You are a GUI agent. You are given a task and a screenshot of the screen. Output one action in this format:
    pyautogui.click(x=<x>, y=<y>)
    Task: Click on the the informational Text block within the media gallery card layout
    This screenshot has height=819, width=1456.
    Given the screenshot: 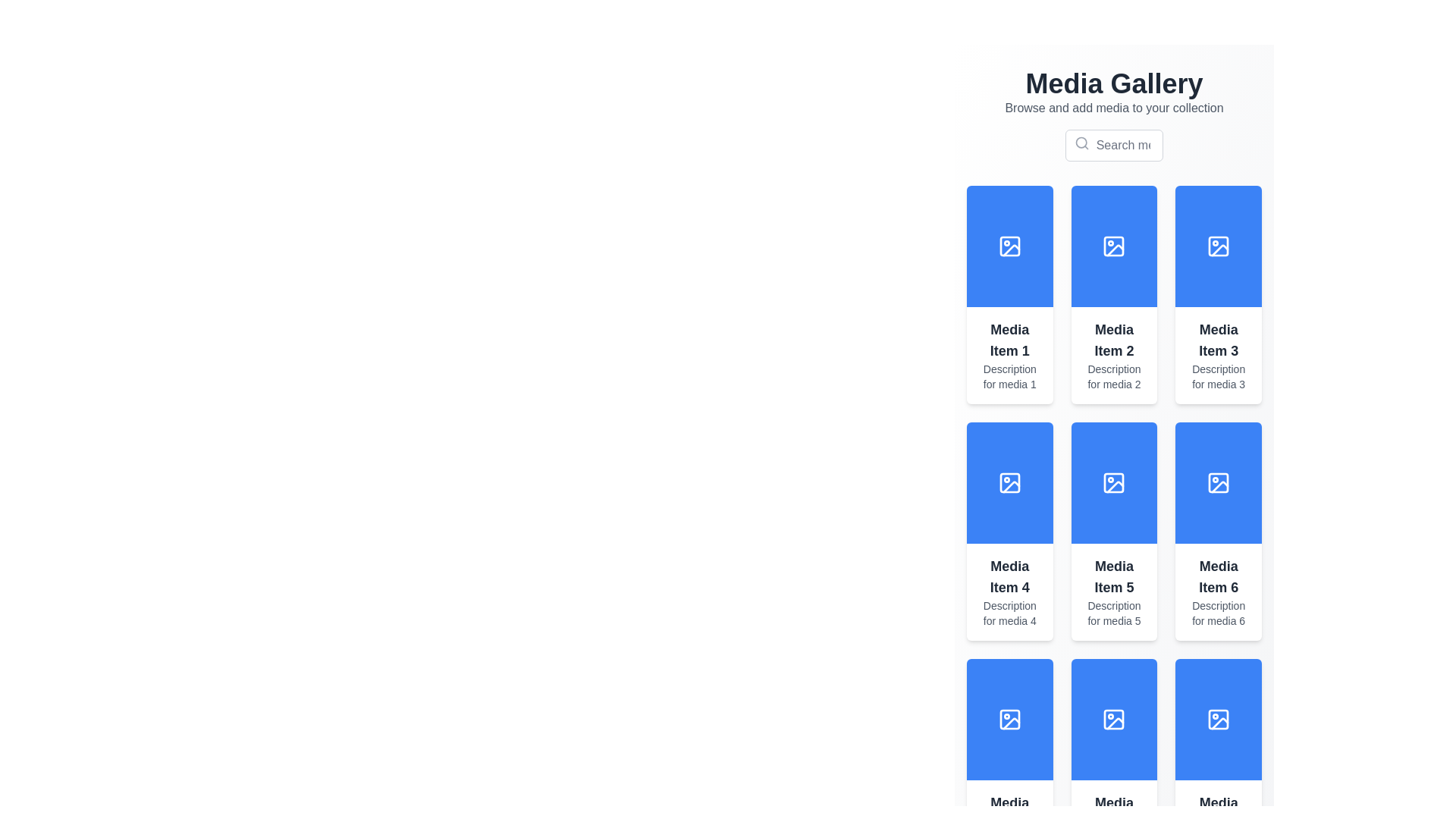 What is the action you would take?
    pyautogui.click(x=1009, y=591)
    